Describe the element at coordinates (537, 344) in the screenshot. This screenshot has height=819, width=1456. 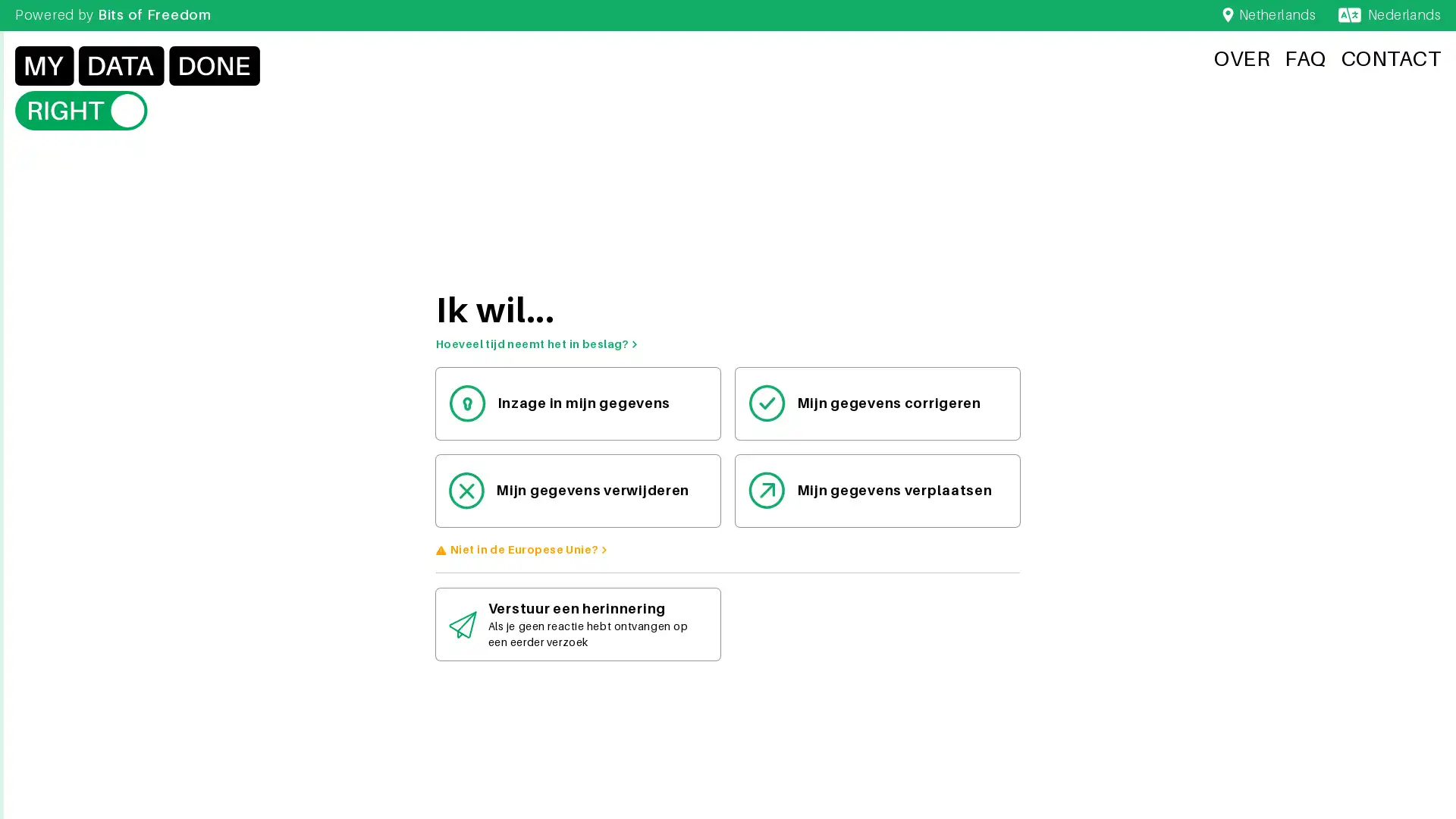
I see `Hoeveel tijd neemt het in beslag?` at that location.